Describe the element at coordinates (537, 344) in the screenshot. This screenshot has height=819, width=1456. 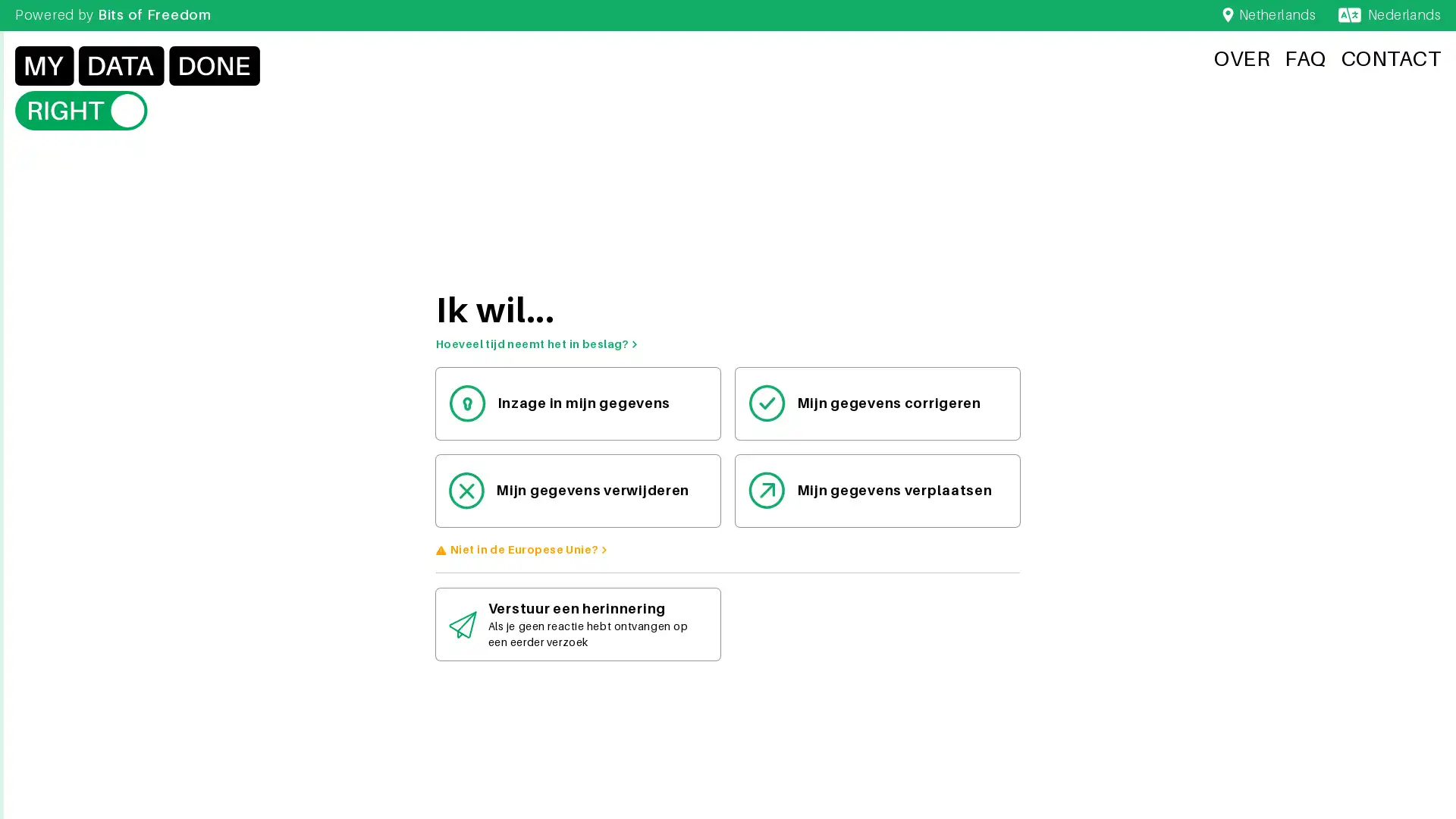
I see `Hoeveel tijd neemt het in beslag?` at that location.